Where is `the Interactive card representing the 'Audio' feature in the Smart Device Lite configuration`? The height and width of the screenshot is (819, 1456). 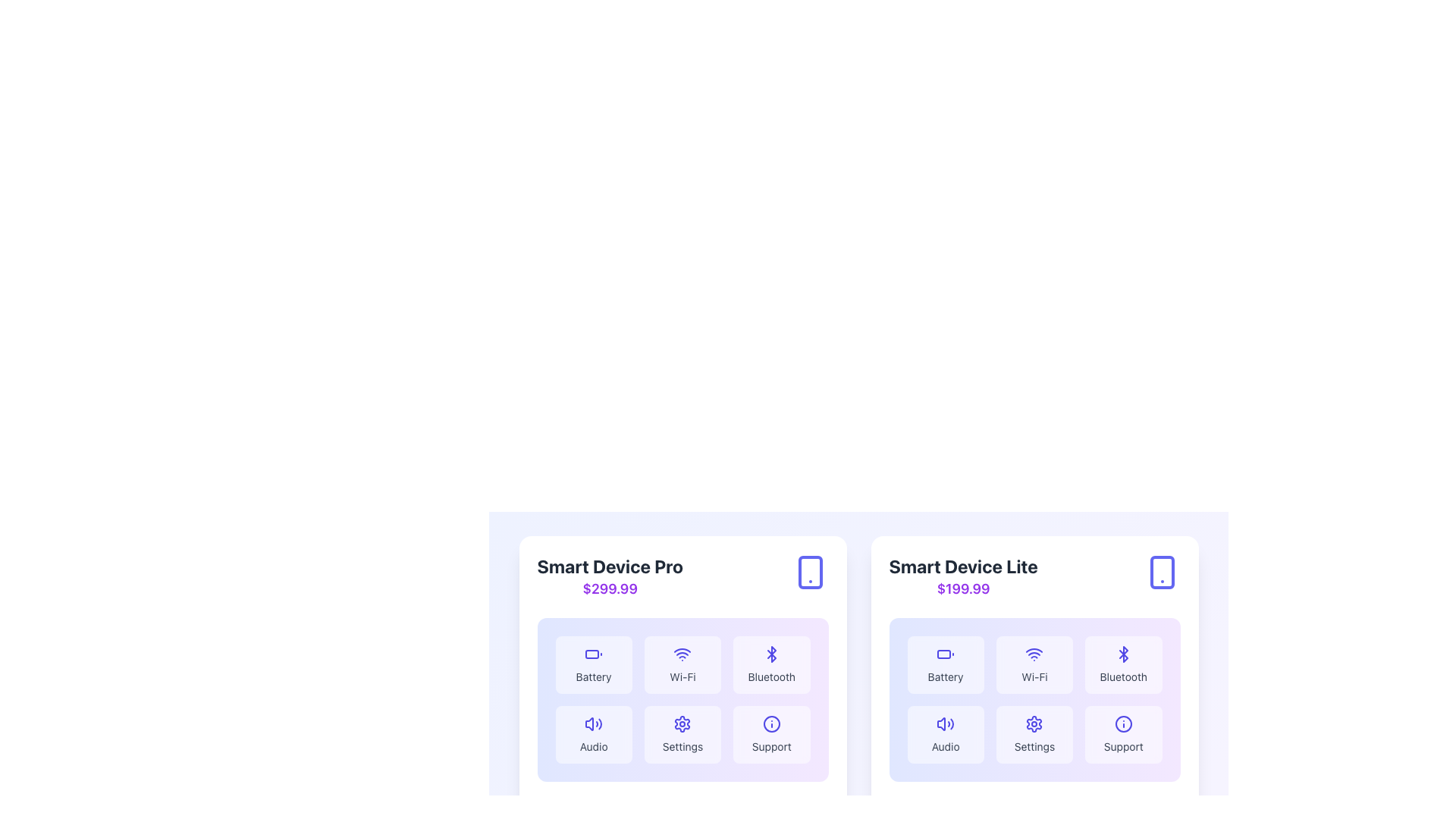
the Interactive card representing the 'Audio' feature in the Smart Device Lite configuration is located at coordinates (945, 733).